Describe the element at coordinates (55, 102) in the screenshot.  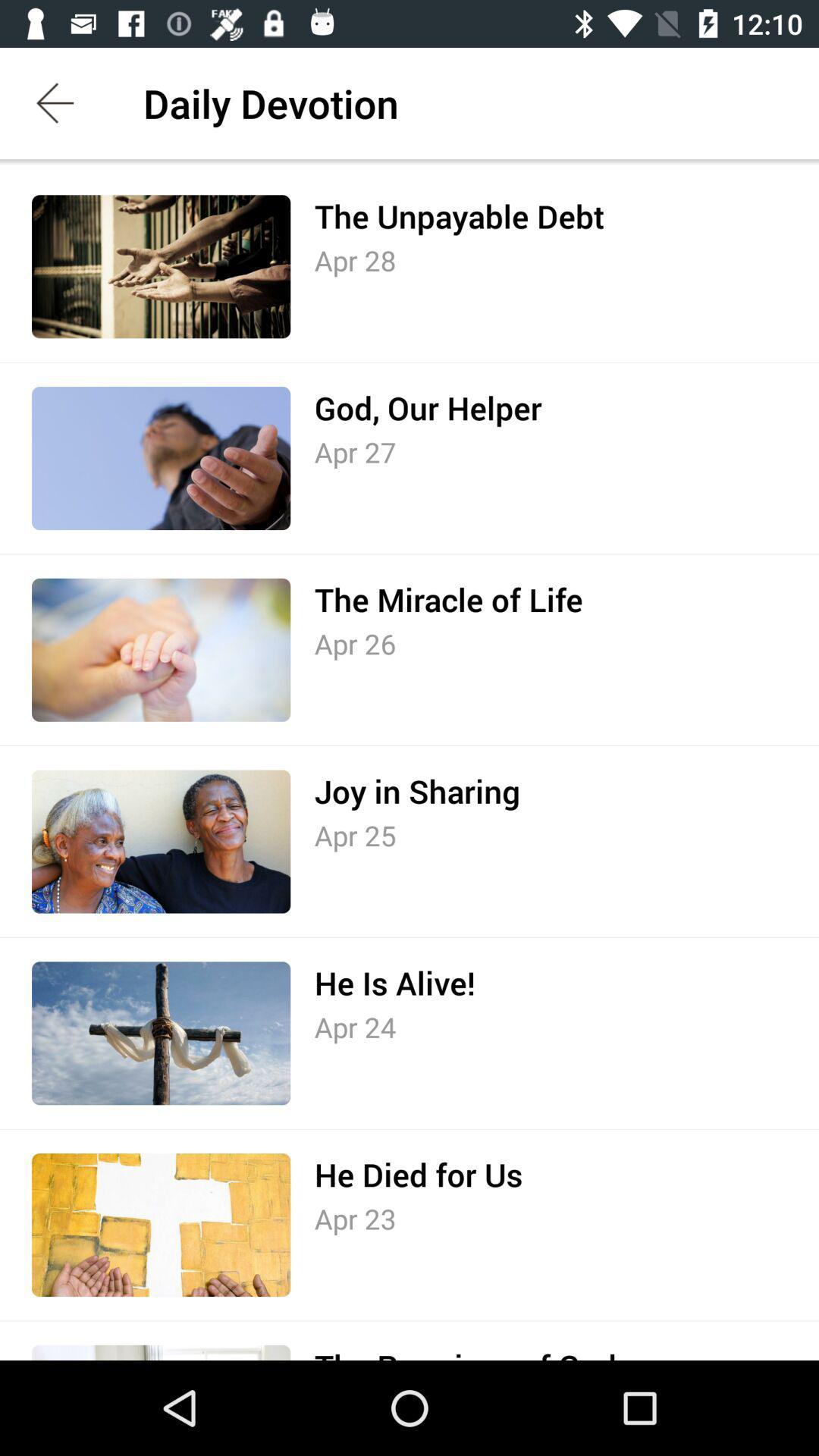
I see `the icon to the left of daily devotion` at that location.